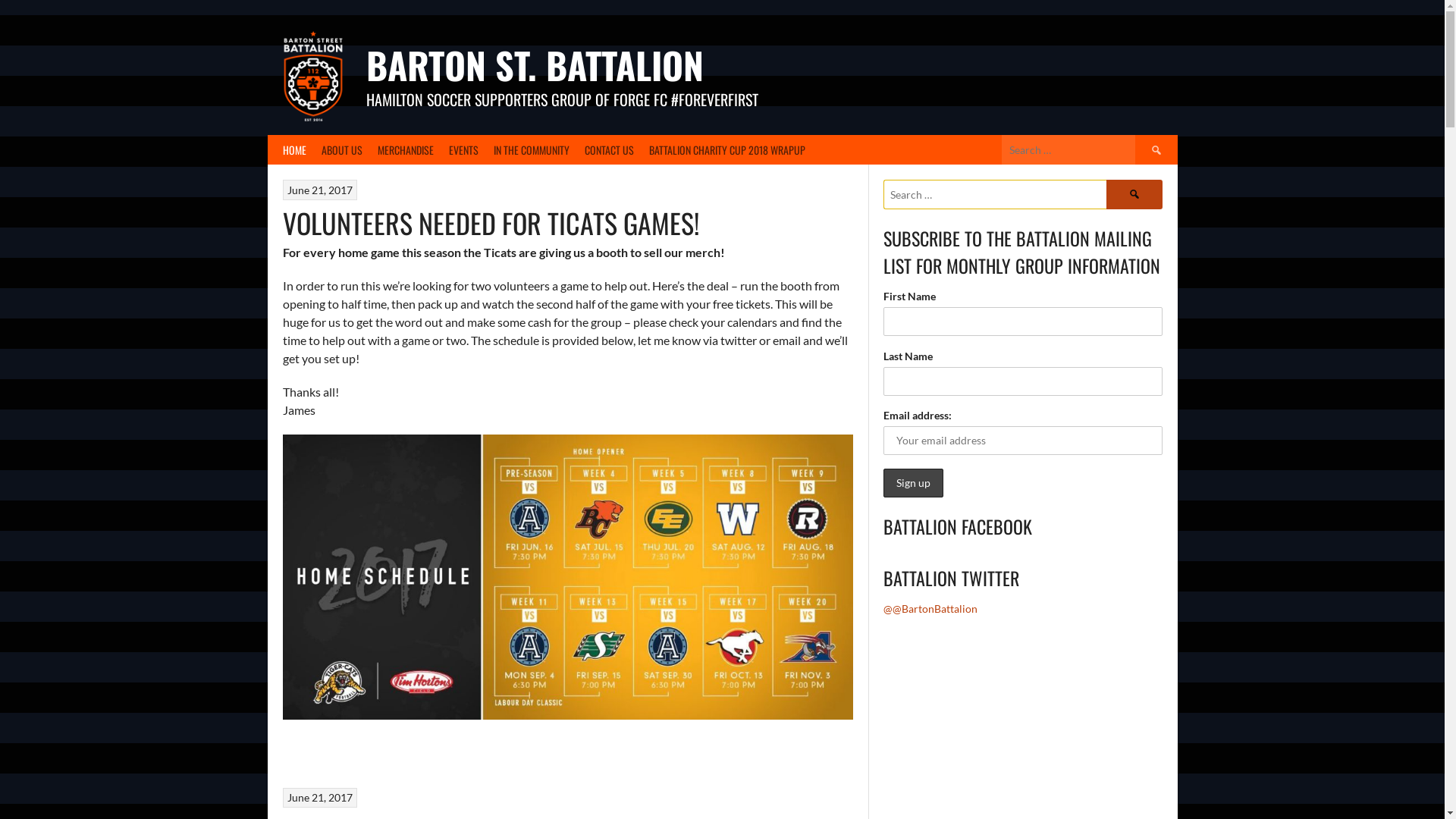 Image resolution: width=1456 pixels, height=819 pixels. Describe the element at coordinates (440, 149) in the screenshot. I see `'EVENTS'` at that location.